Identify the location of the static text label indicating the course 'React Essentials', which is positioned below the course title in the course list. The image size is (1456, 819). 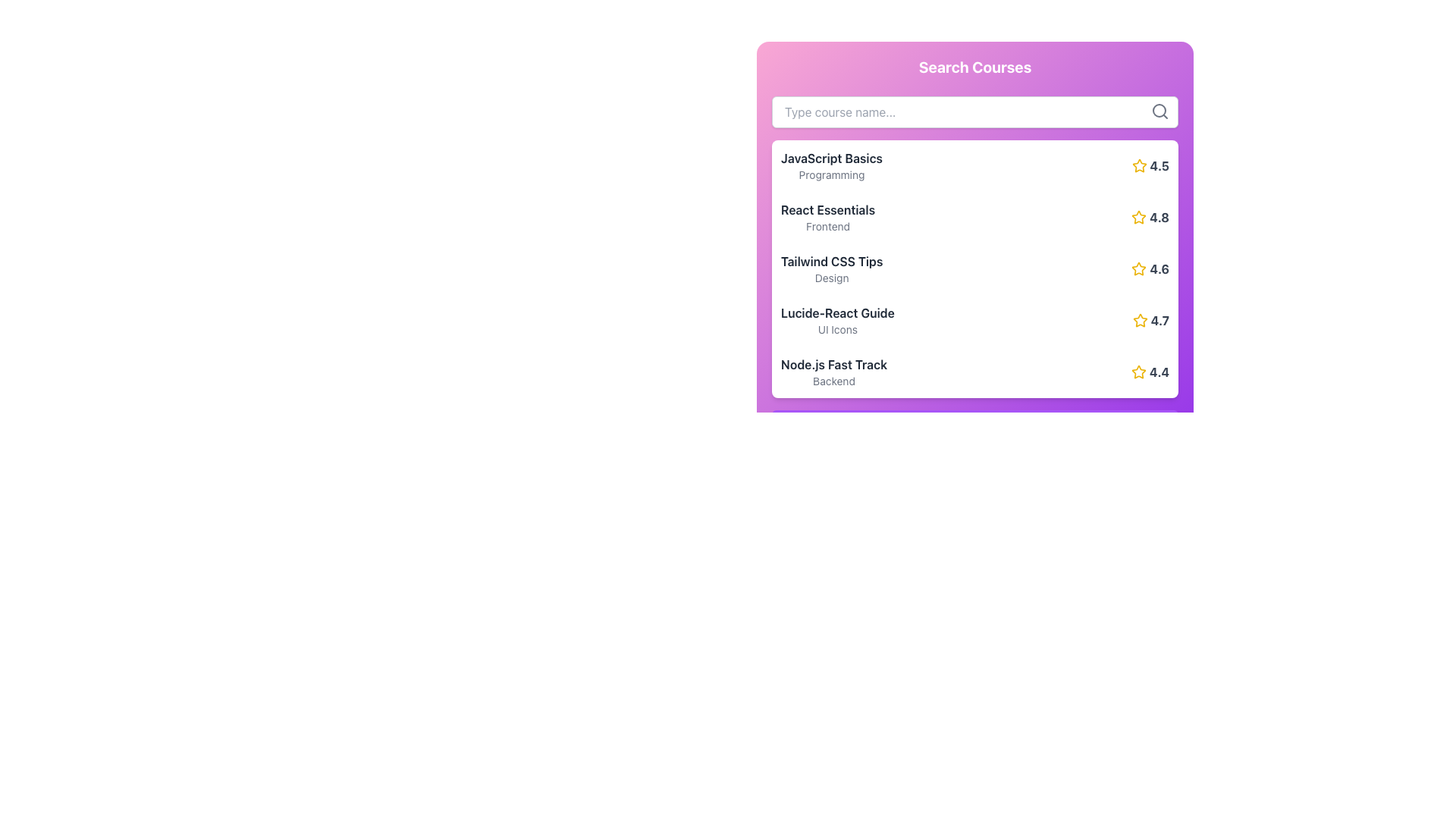
(827, 227).